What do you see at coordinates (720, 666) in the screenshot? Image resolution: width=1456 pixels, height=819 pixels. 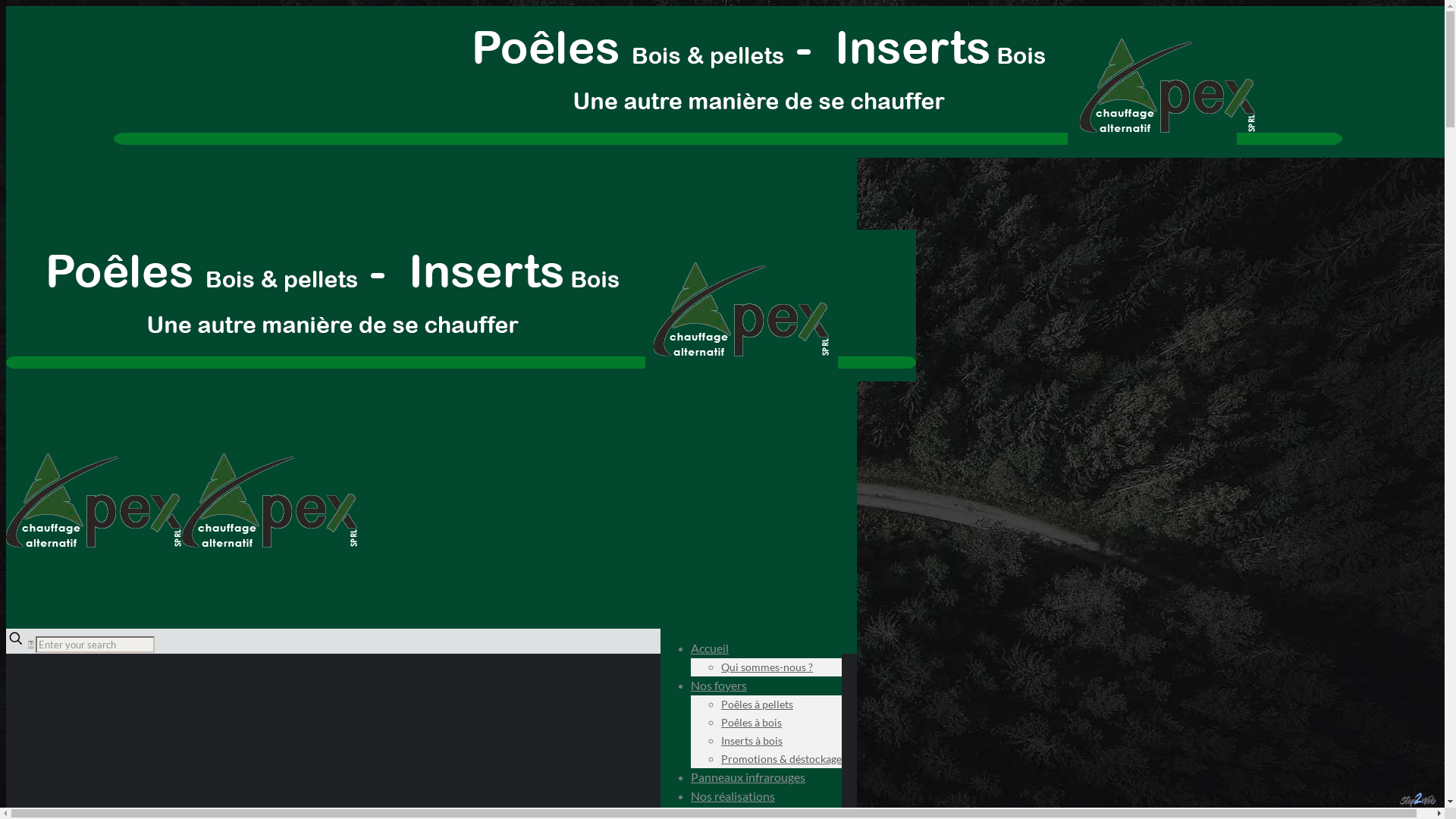 I see `'Qui sommes-nous ?'` at bounding box center [720, 666].